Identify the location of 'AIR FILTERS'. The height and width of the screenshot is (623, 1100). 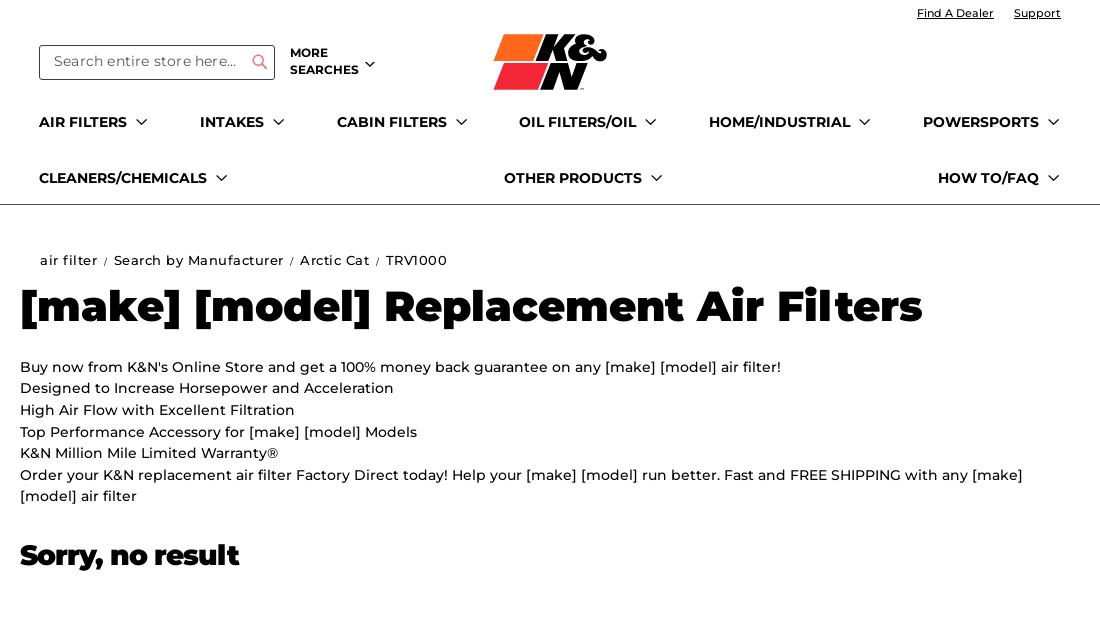
(83, 120).